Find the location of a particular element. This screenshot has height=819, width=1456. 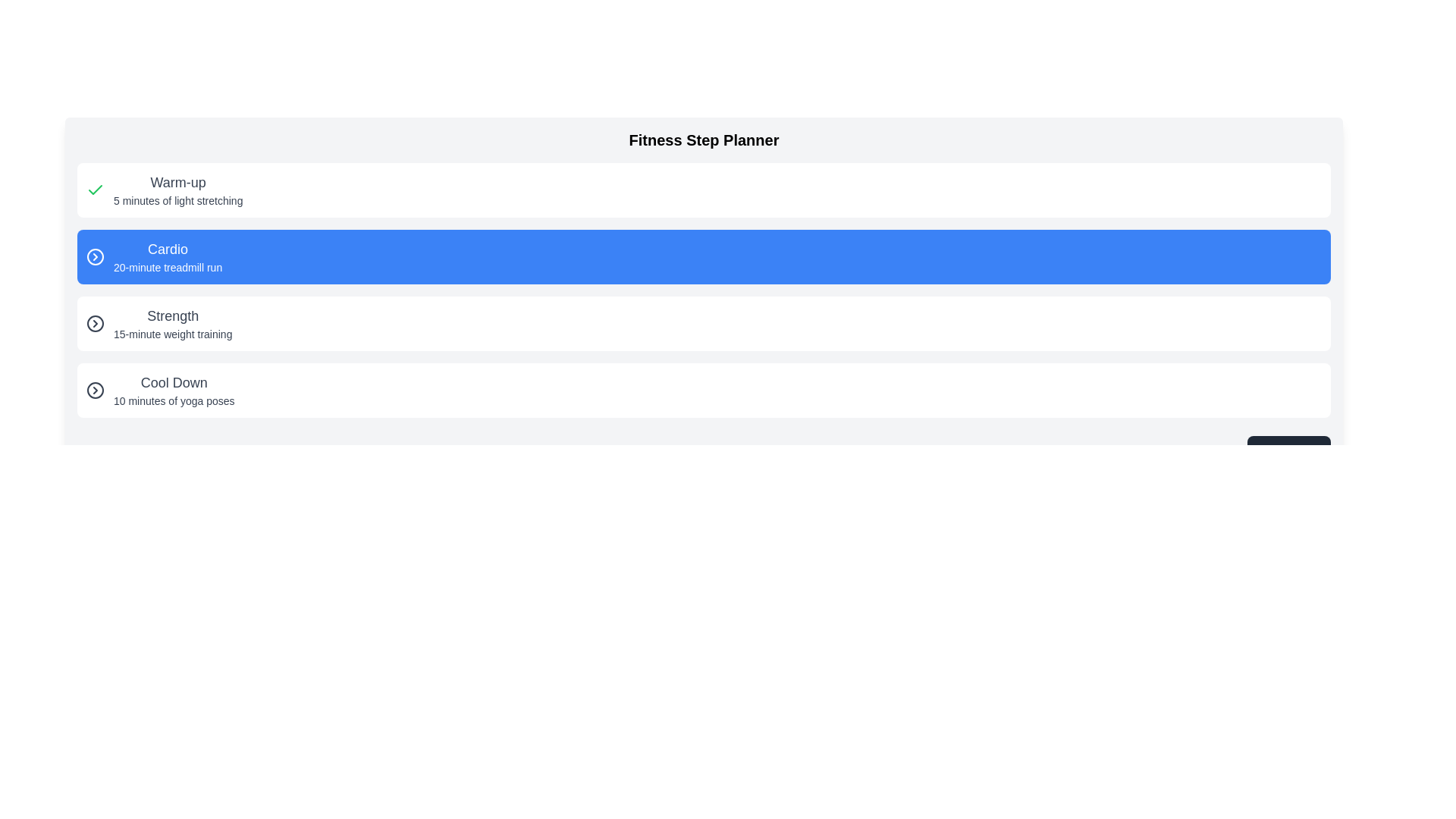

the circular icon with a chevron arrow pointing right, located on the left side of the blue-highlighted 'Cardio' section in the fitness steps layout is located at coordinates (94, 256).